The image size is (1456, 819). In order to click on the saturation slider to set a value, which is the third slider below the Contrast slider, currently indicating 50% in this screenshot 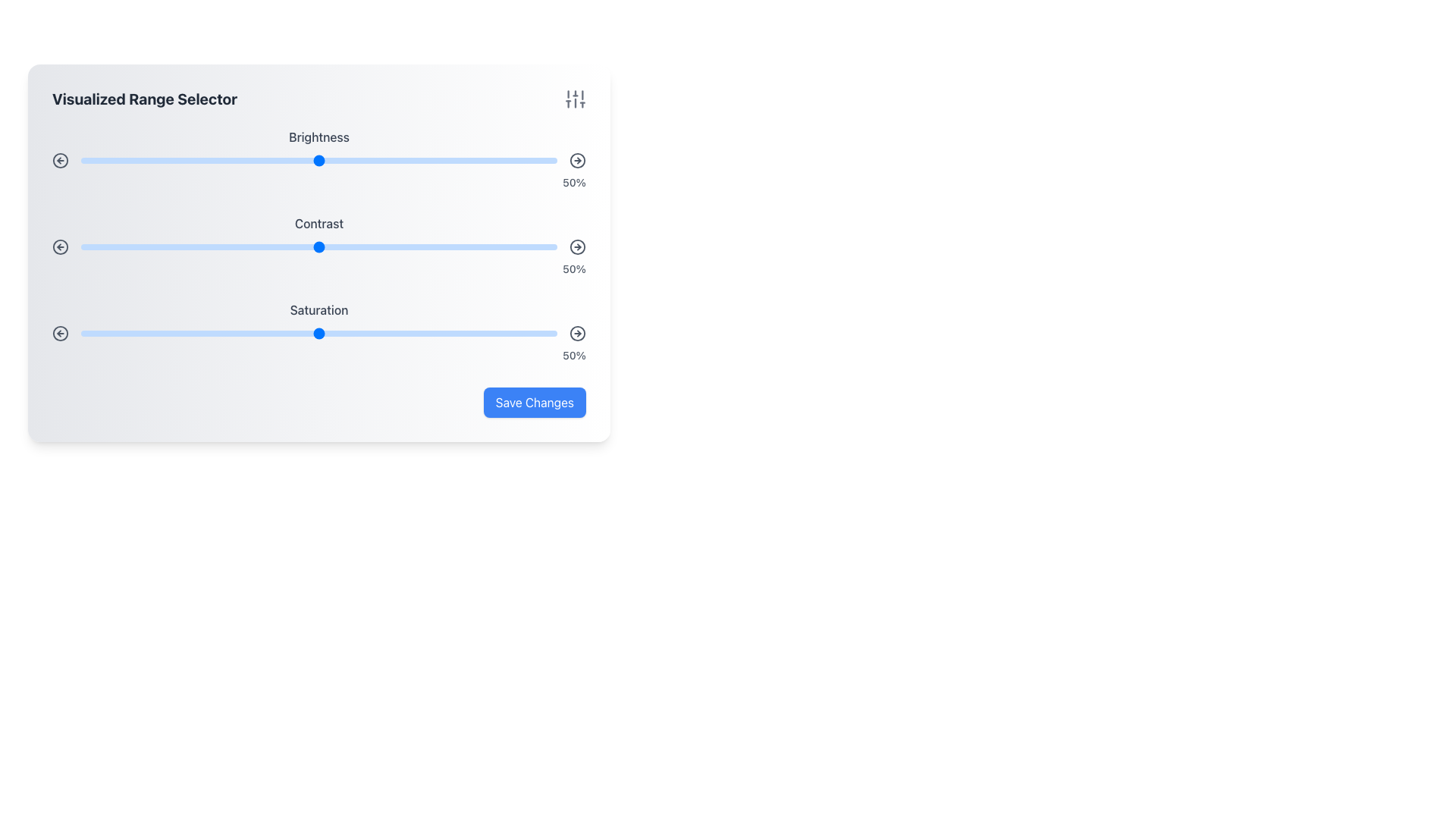, I will do `click(318, 331)`.